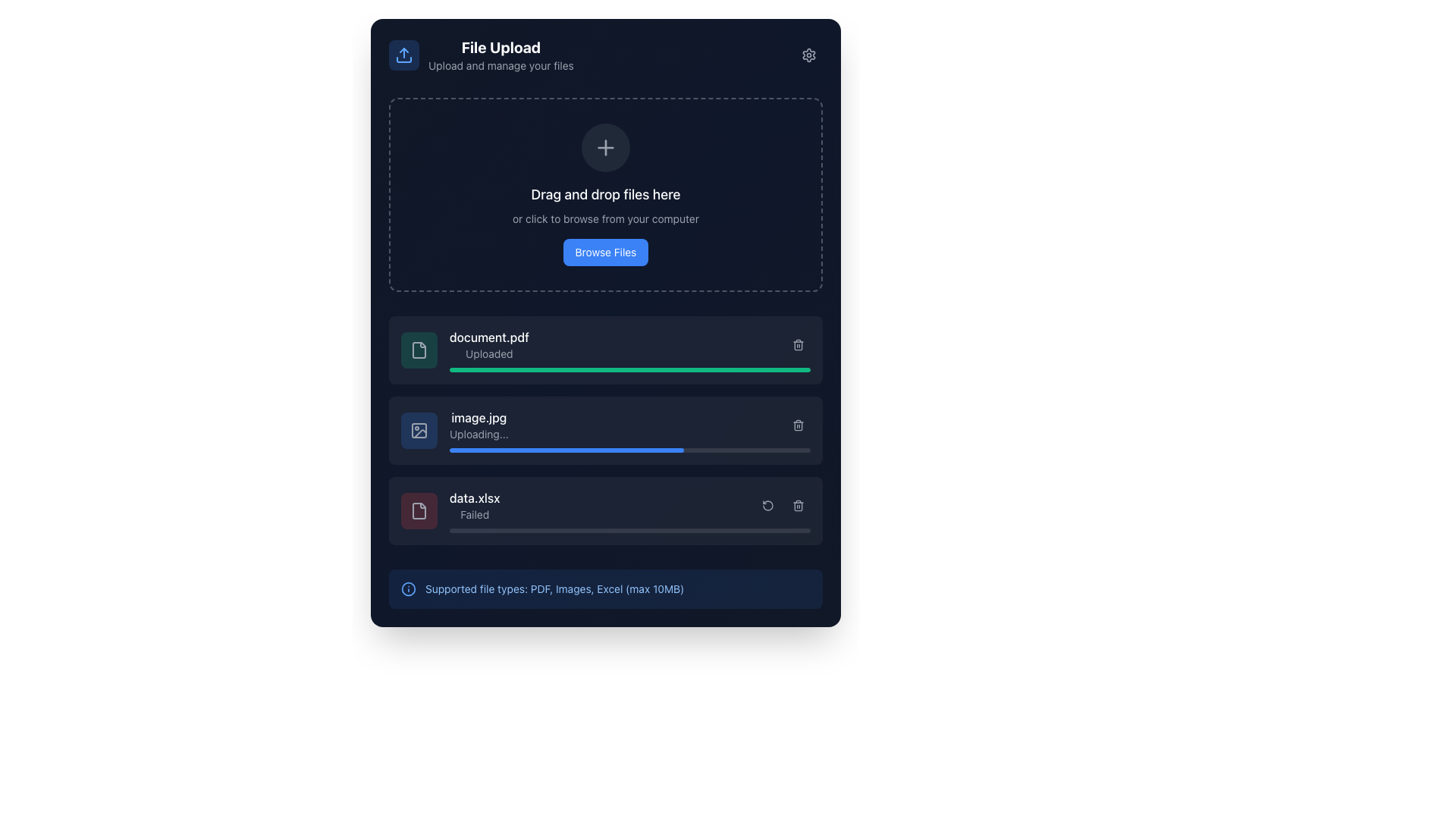 The image size is (1456, 819). Describe the element at coordinates (500, 46) in the screenshot. I see `the bold, white text label reading 'File Upload' which is positioned at the top-left corner of the interface, above the subtitle 'Upload and manage your files'` at that location.